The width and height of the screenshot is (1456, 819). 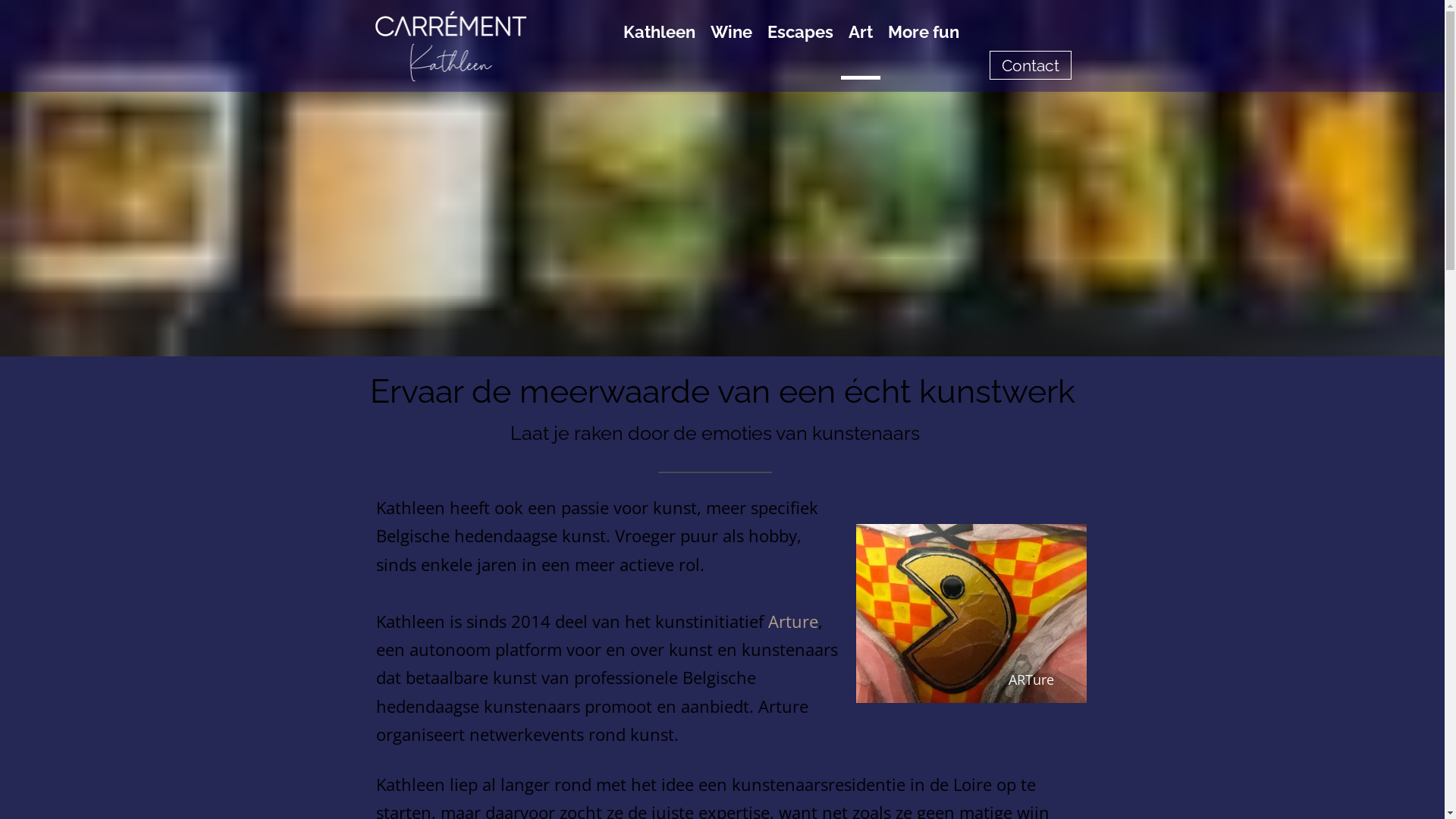 What do you see at coordinates (859, 45) in the screenshot?
I see `'Art'` at bounding box center [859, 45].